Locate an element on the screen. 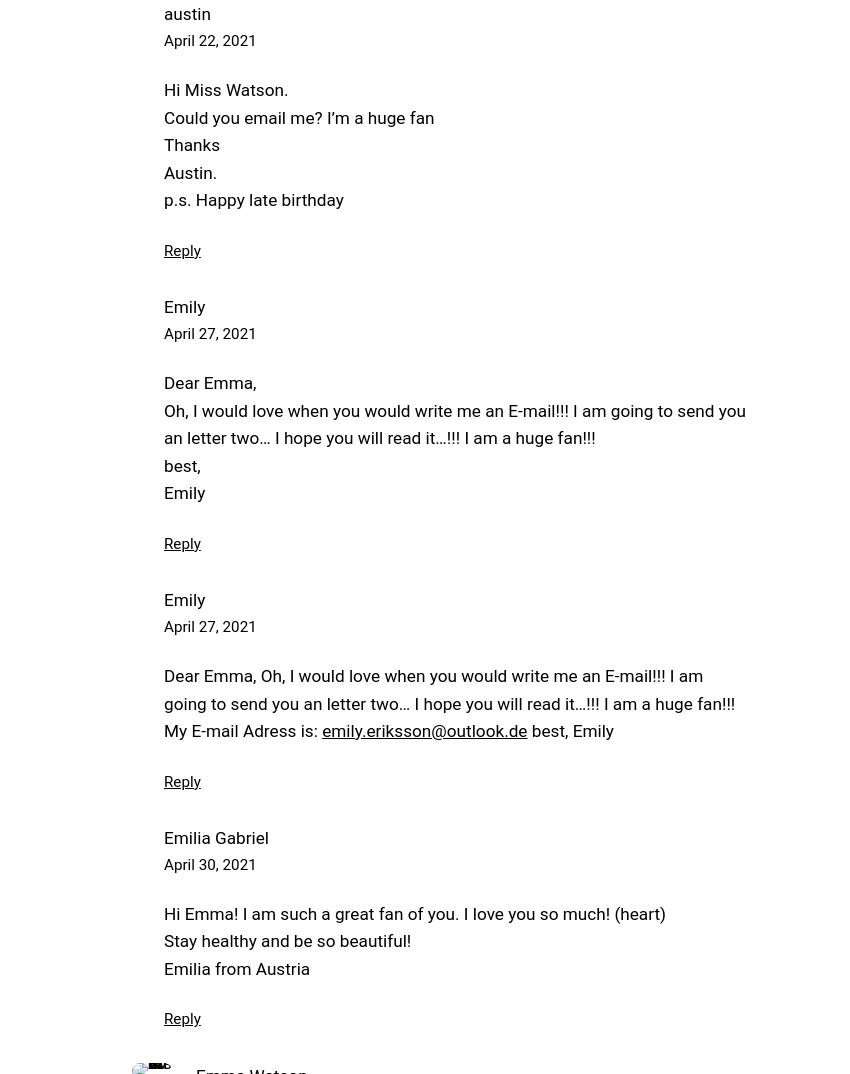 Image resolution: width=850 pixels, height=1074 pixels. 'Could you email me? I’m a huge fan' is located at coordinates (163, 115).